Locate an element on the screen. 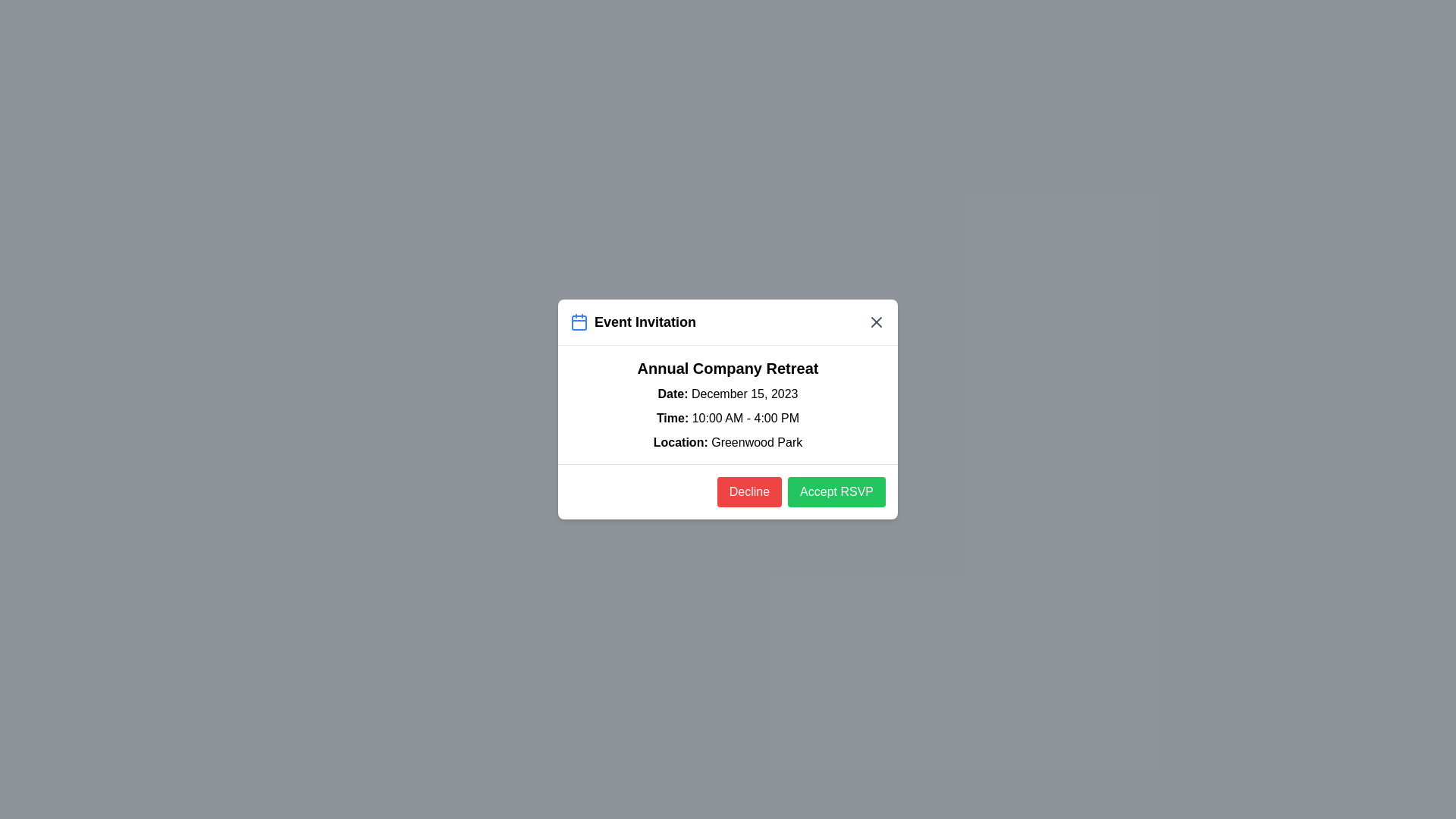  the blue calendar icon with a square outline located to the left of the 'Event Invitation' heading in the dialog box is located at coordinates (578, 321).